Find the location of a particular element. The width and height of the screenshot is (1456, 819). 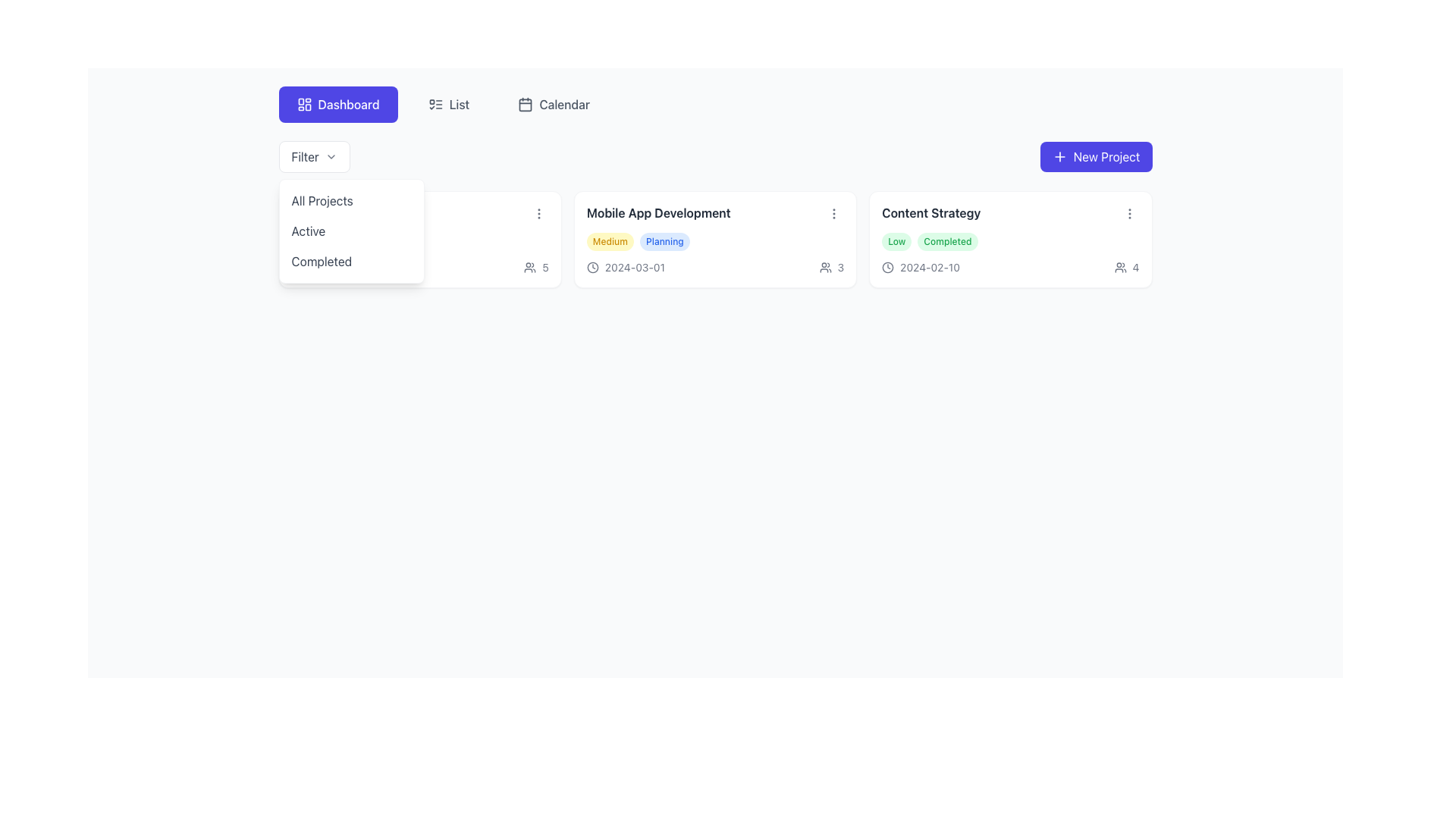

the 'Low' badge indicating a low level of urgency within the 'Content Strategy' card in the second column is located at coordinates (896, 241).